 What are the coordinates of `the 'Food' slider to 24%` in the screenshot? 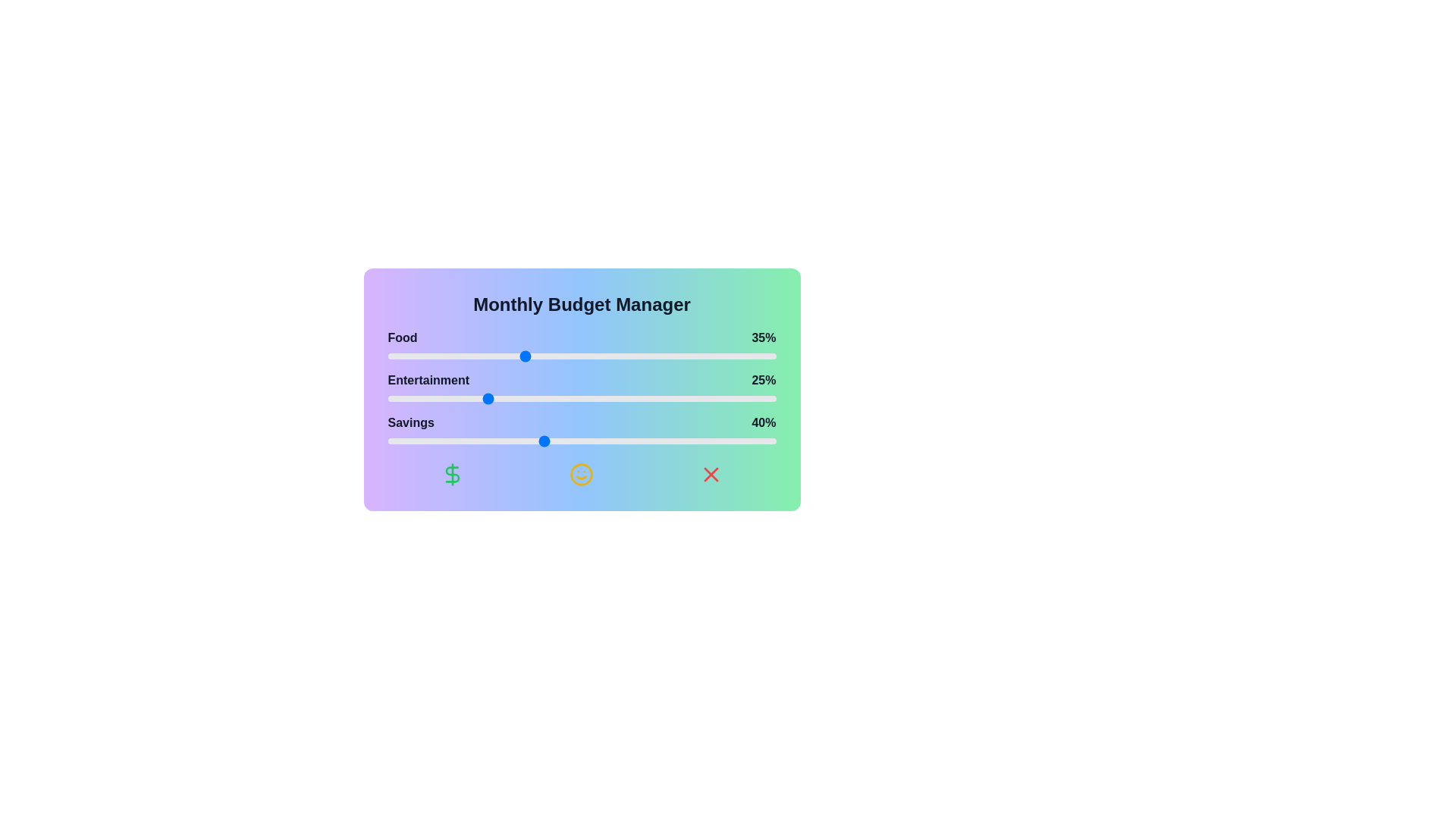 It's located at (480, 356).